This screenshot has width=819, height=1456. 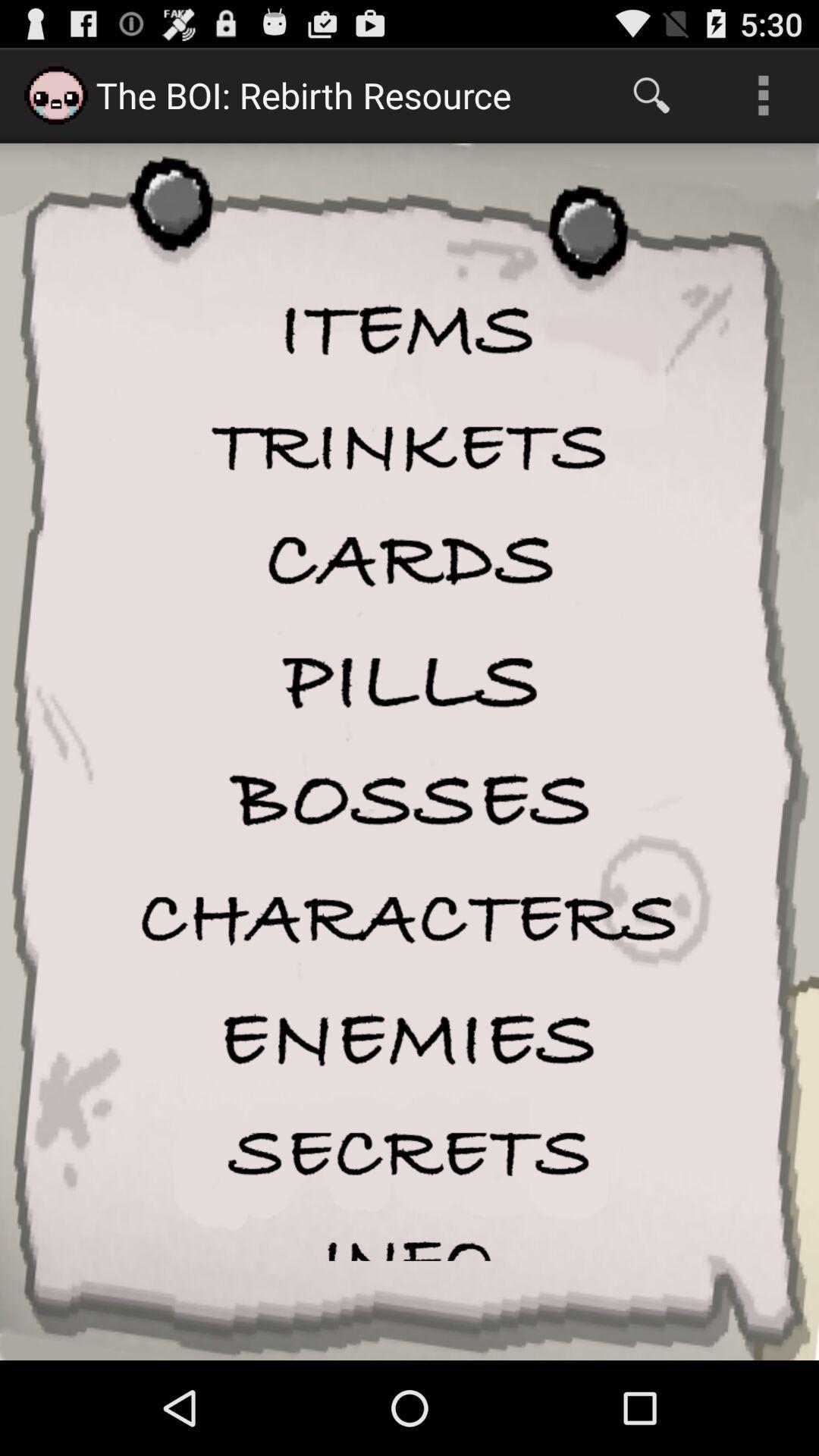 I want to click on enemies button, so click(x=409, y=1038).